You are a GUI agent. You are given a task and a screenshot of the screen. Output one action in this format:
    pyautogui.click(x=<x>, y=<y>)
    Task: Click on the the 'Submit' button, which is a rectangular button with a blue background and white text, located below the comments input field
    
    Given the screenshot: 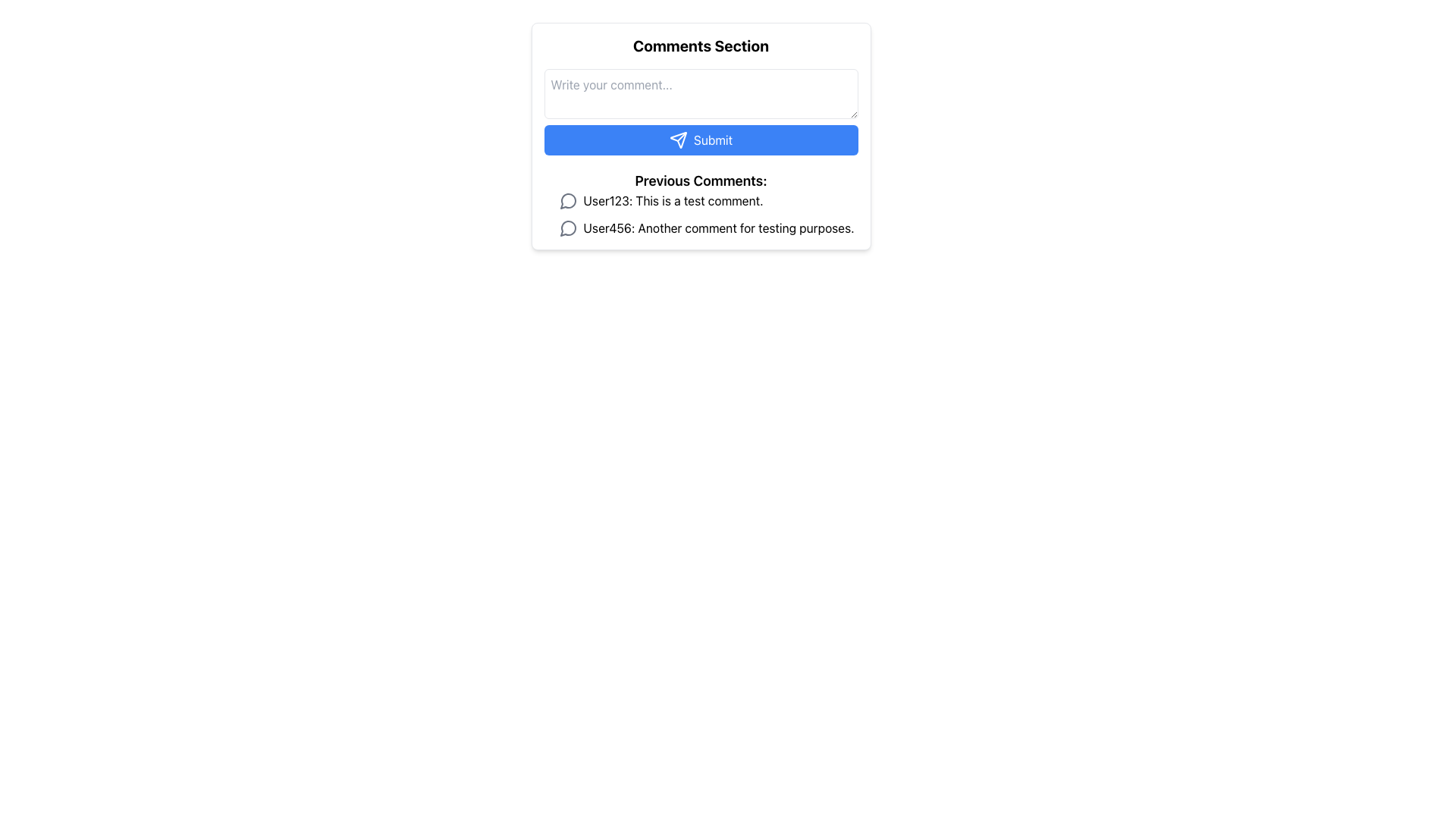 What is the action you would take?
    pyautogui.click(x=700, y=140)
    